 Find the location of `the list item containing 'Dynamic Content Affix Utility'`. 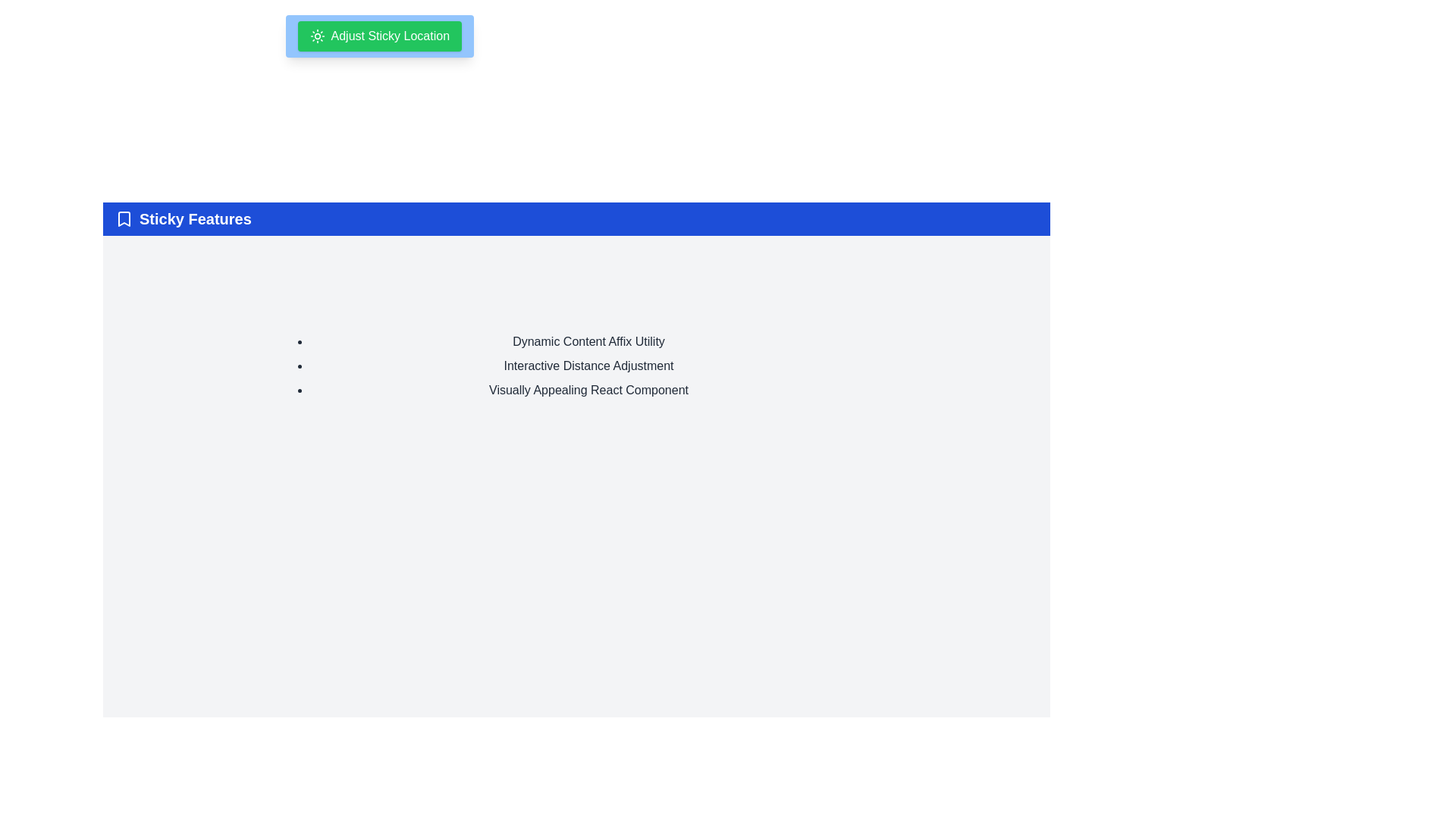

the list item containing 'Dynamic Content Affix Utility' is located at coordinates (588, 342).